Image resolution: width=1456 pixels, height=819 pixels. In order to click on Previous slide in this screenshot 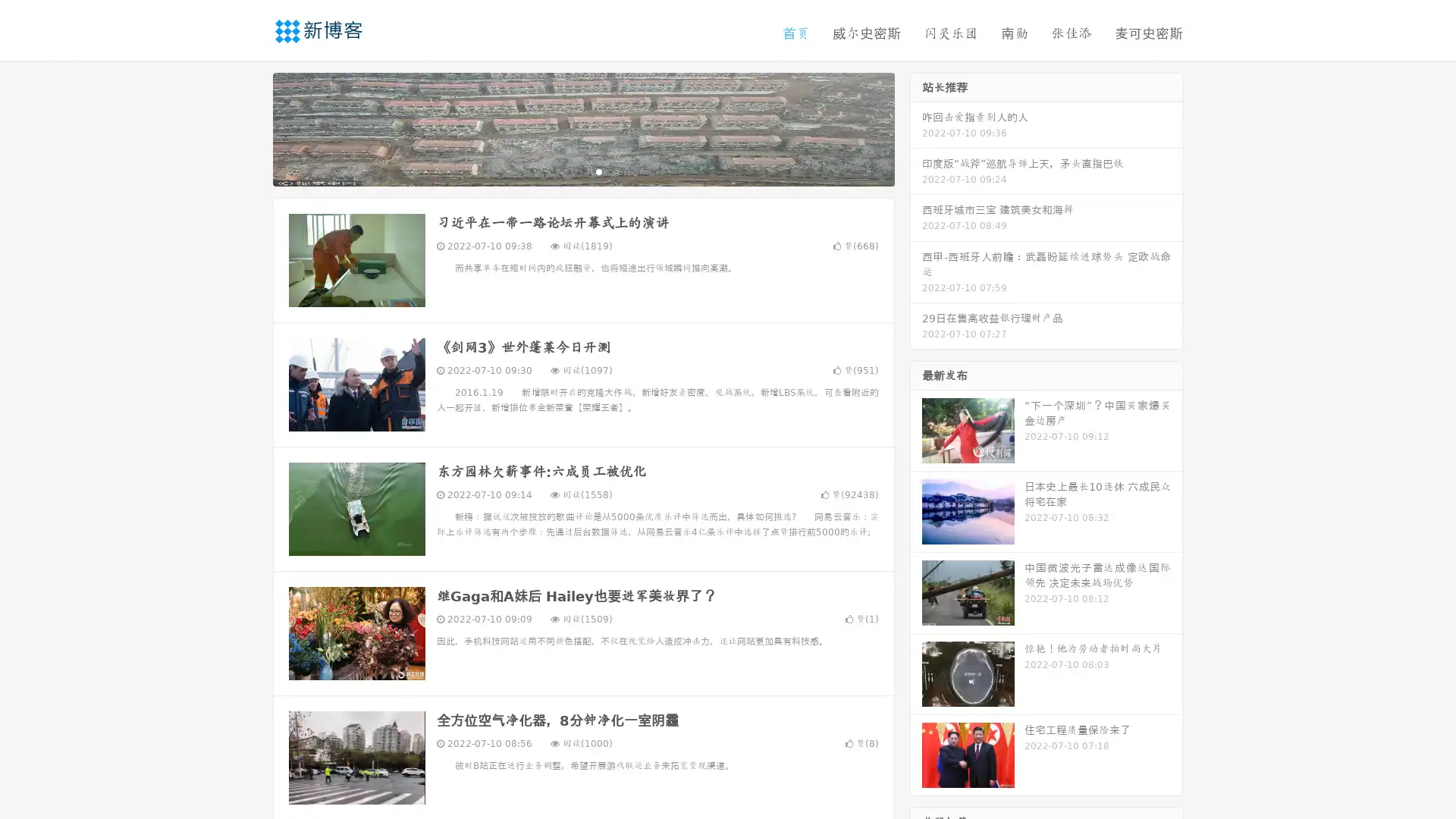, I will do `click(250, 127)`.